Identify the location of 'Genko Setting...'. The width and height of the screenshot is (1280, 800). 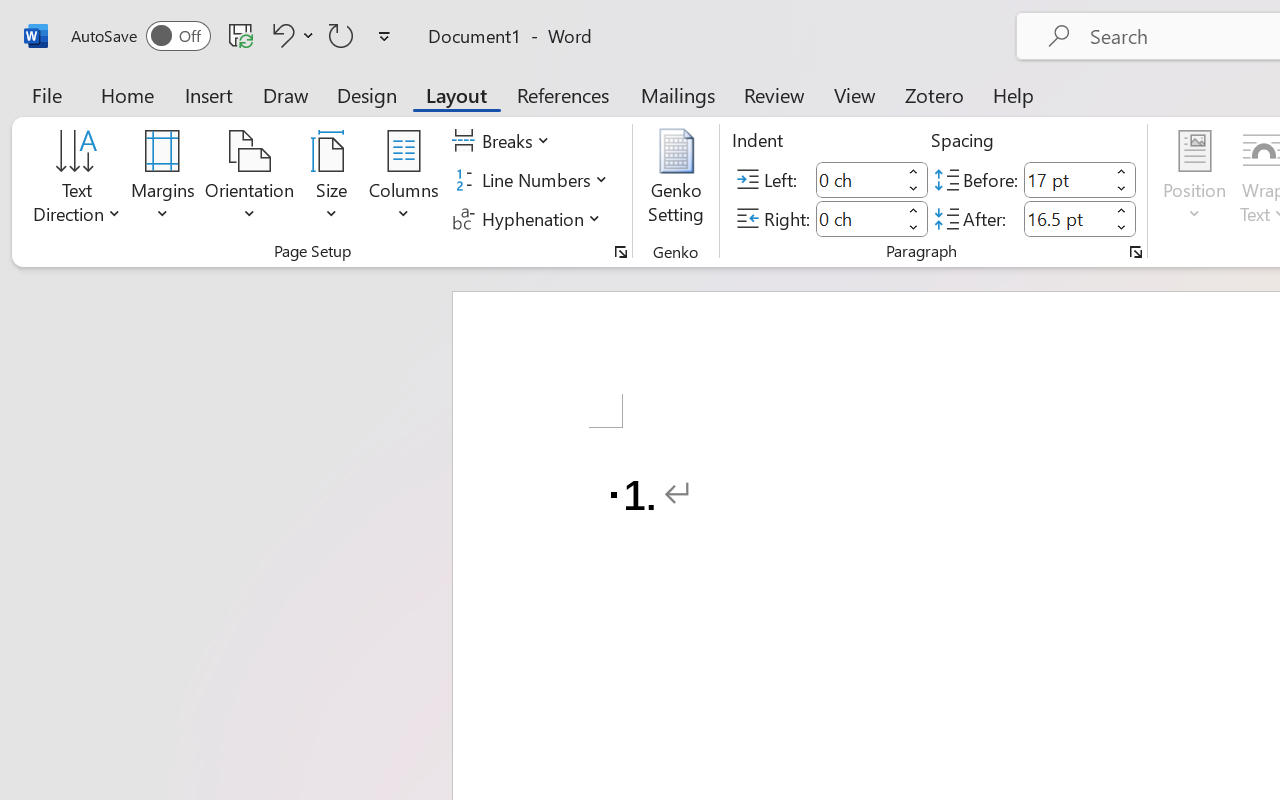
(676, 179).